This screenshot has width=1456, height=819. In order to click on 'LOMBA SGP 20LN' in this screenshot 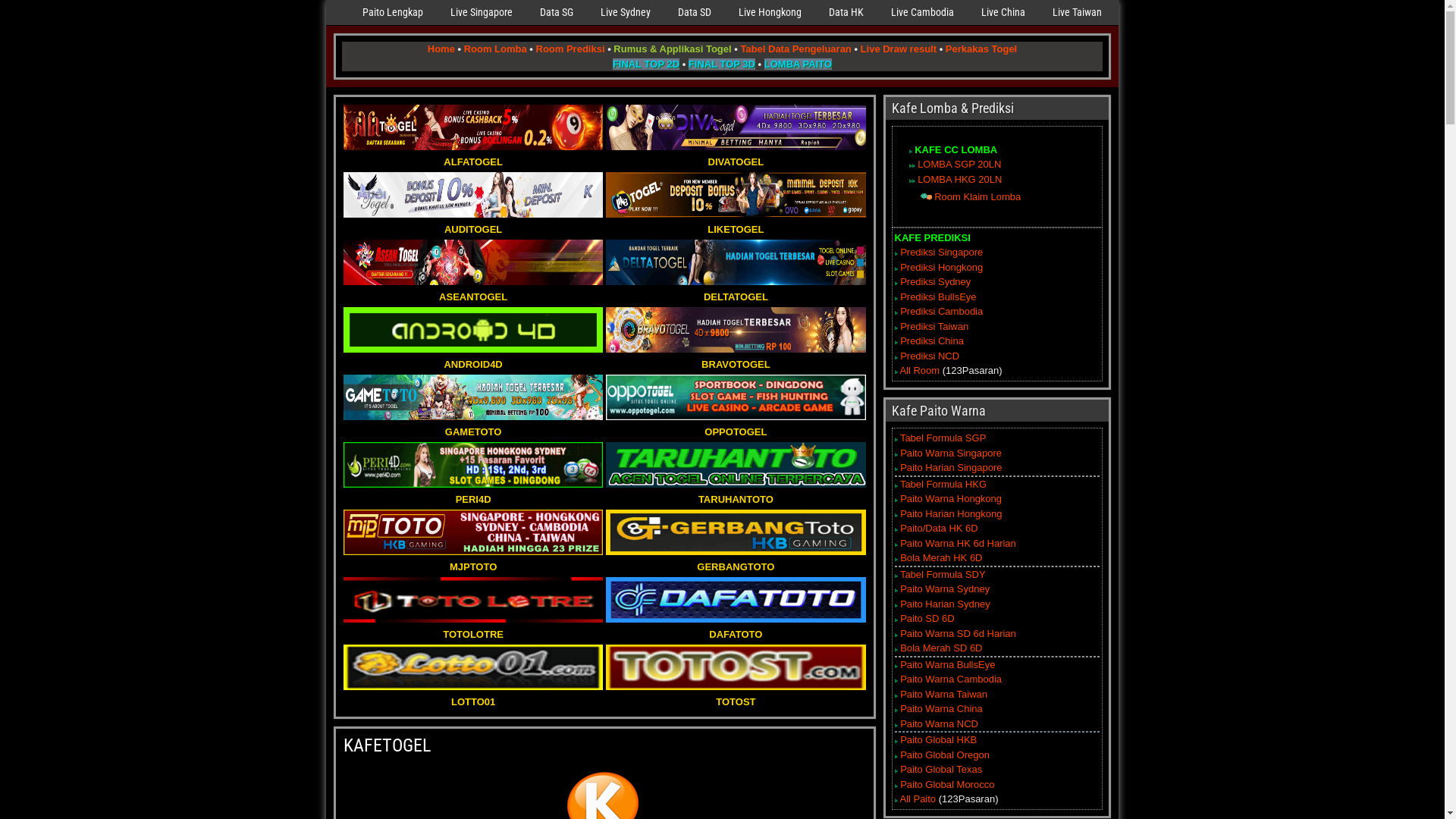, I will do `click(959, 164)`.